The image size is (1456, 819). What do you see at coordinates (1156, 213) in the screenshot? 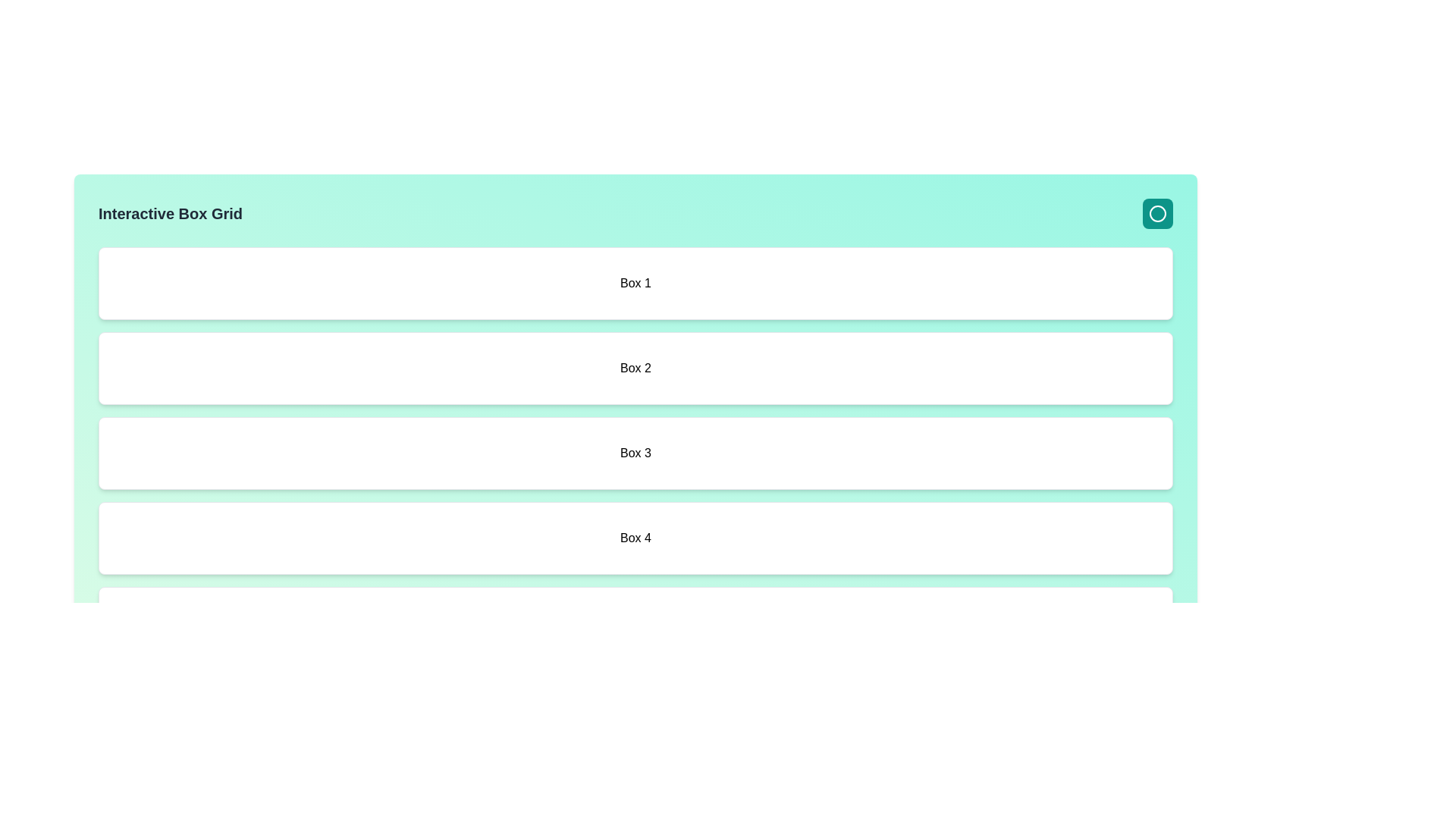
I see `SVG circle element located in the top-right corner of the interface, styled with a border-like appearance, by clicking on its center` at bounding box center [1156, 213].